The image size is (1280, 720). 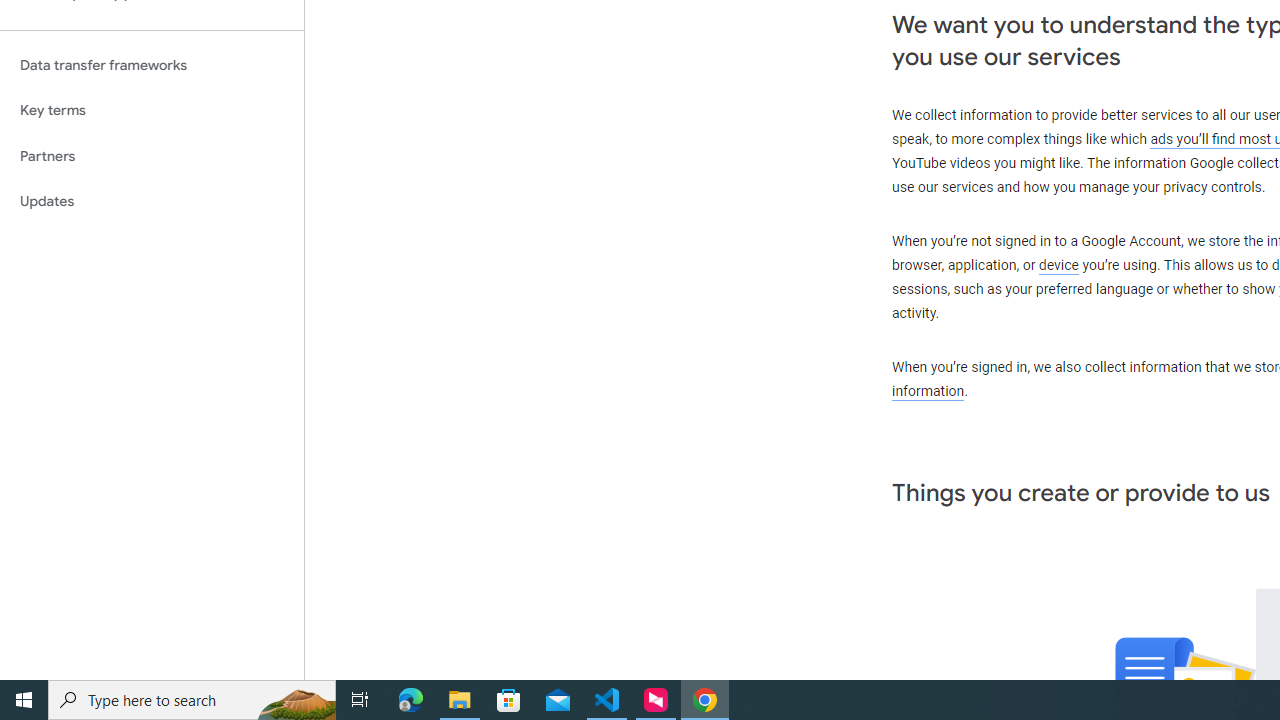 What do you see at coordinates (1058, 264) in the screenshot?
I see `'device'` at bounding box center [1058, 264].